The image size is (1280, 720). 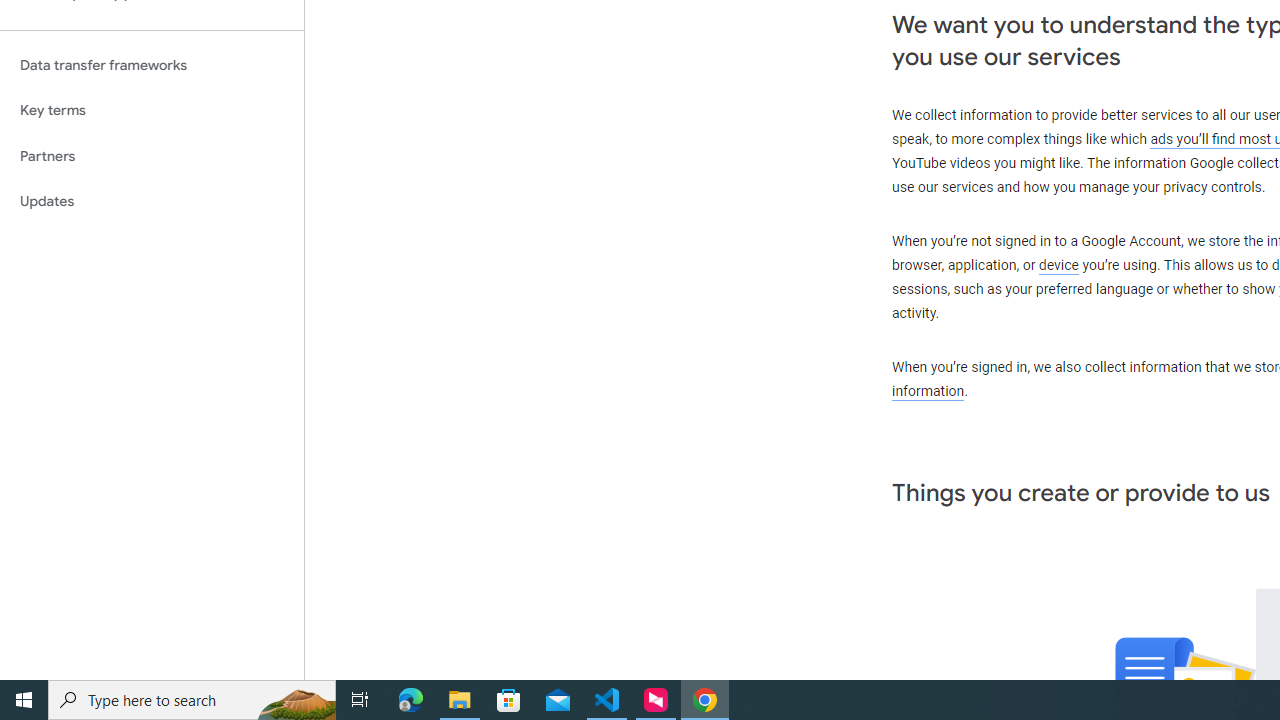 What do you see at coordinates (1058, 264) in the screenshot?
I see `'device'` at bounding box center [1058, 264].